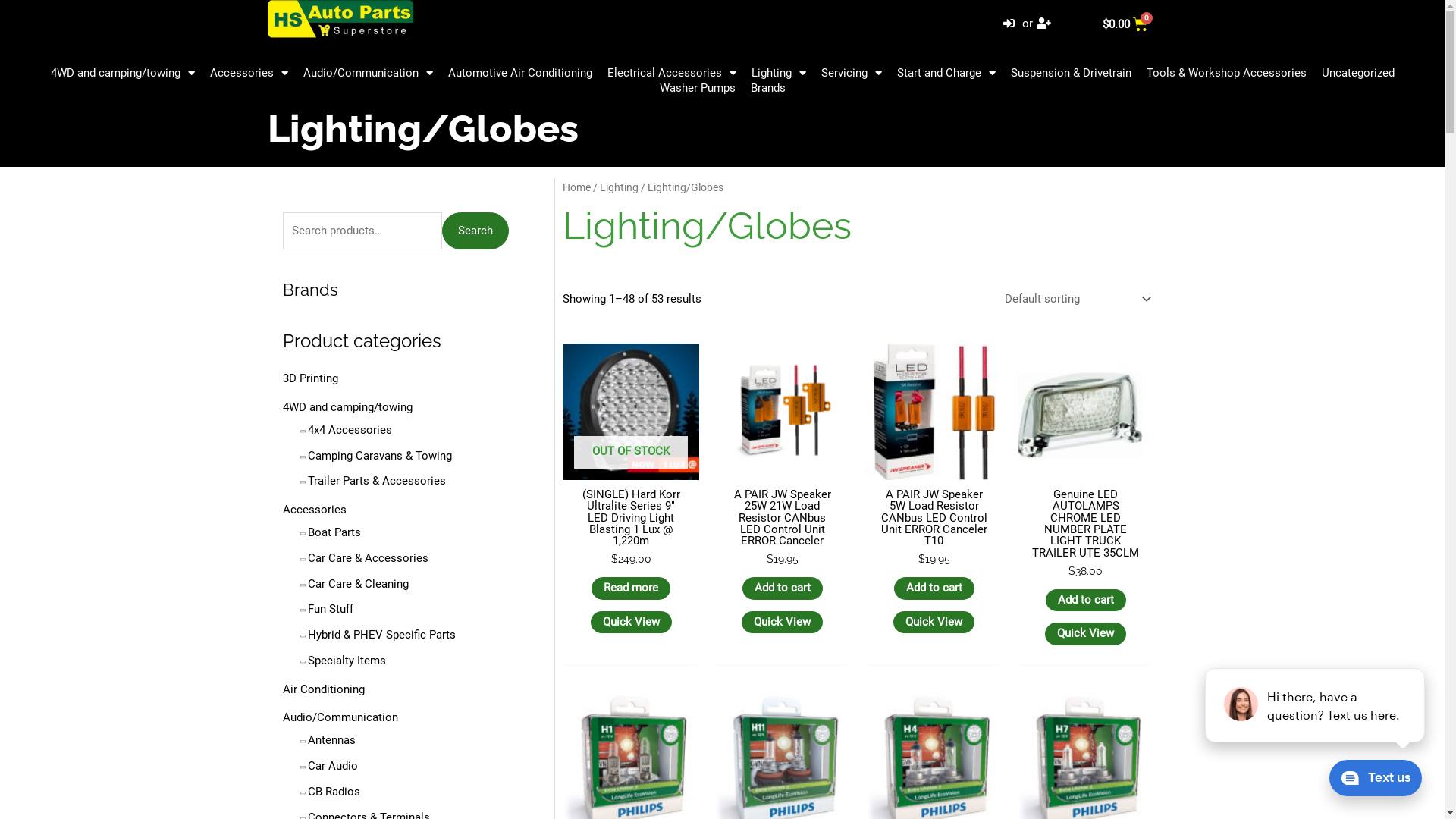 This screenshot has height=819, width=1456. Describe the element at coordinates (630, 412) in the screenshot. I see `'OUT OF STOCK'` at that location.